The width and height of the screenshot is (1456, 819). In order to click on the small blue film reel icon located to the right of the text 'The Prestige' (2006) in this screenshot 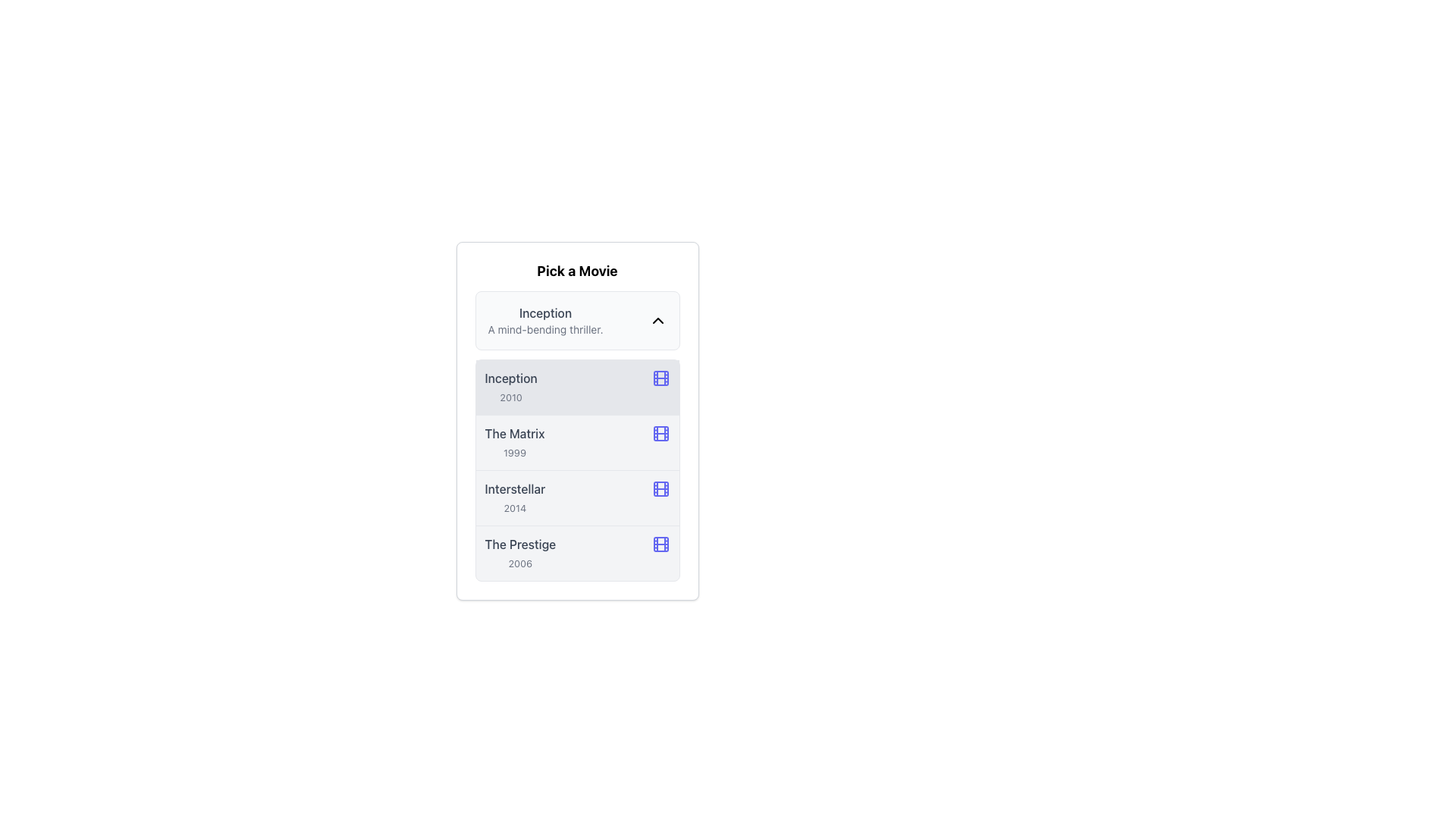, I will do `click(661, 543)`.